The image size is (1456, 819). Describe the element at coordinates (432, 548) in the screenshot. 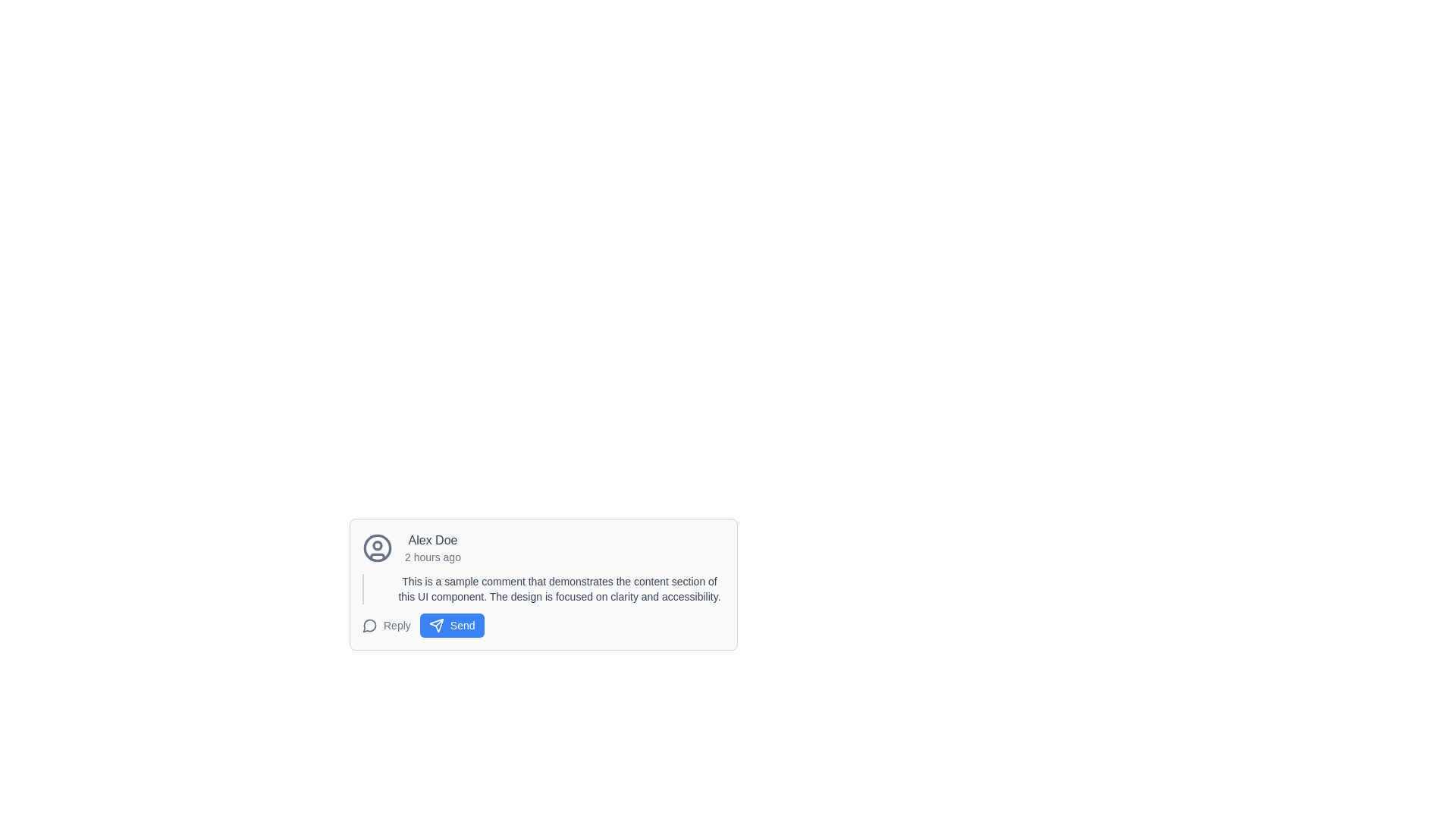

I see `the text block displaying 'Alex Doe' and '2 hours ago', which is located in the user profile section to the right of the avatar icon` at that location.